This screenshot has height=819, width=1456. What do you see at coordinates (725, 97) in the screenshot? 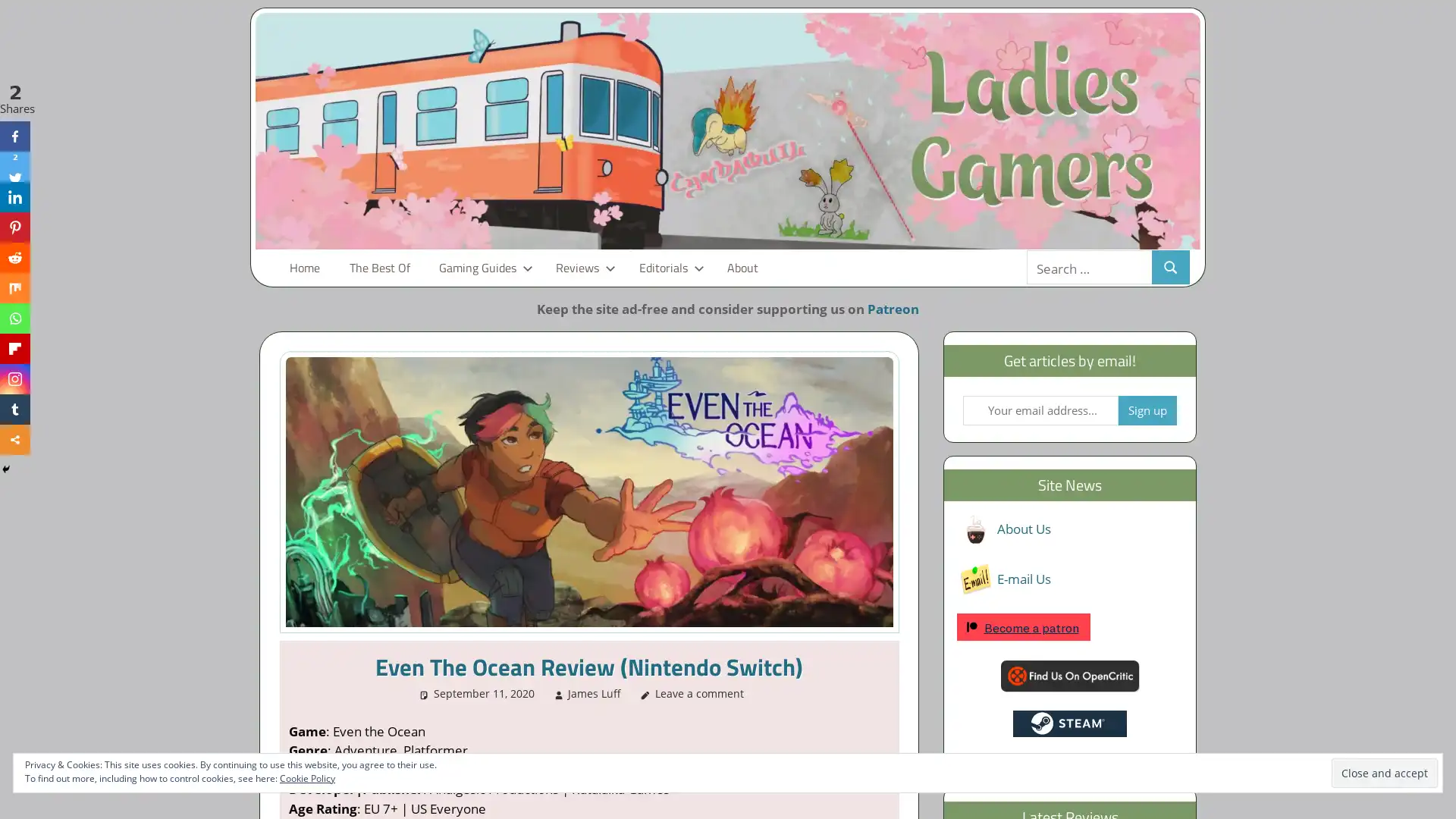
I see `No thanks` at bounding box center [725, 97].